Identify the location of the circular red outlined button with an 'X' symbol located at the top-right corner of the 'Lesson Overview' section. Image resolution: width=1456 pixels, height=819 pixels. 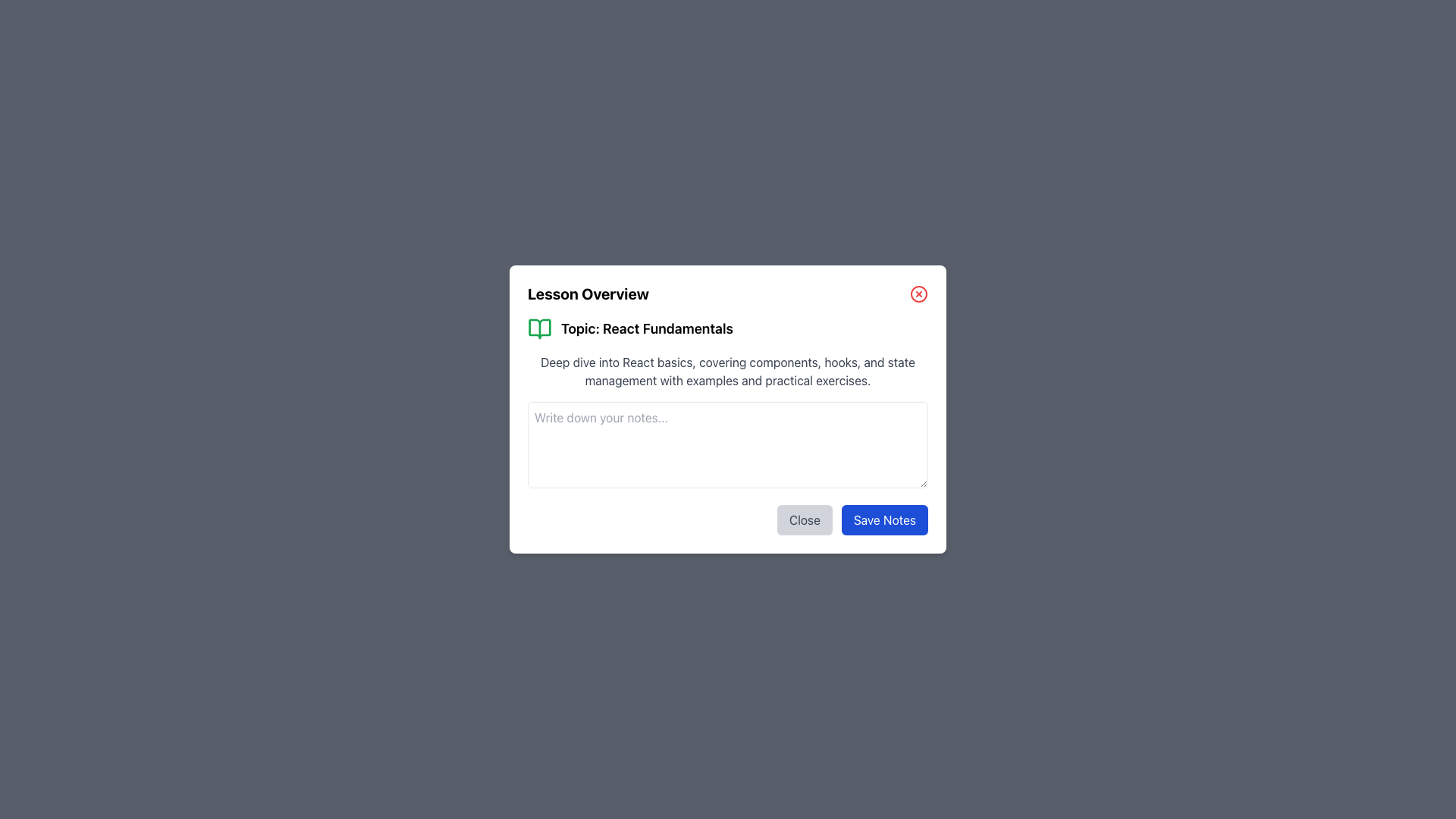
(918, 294).